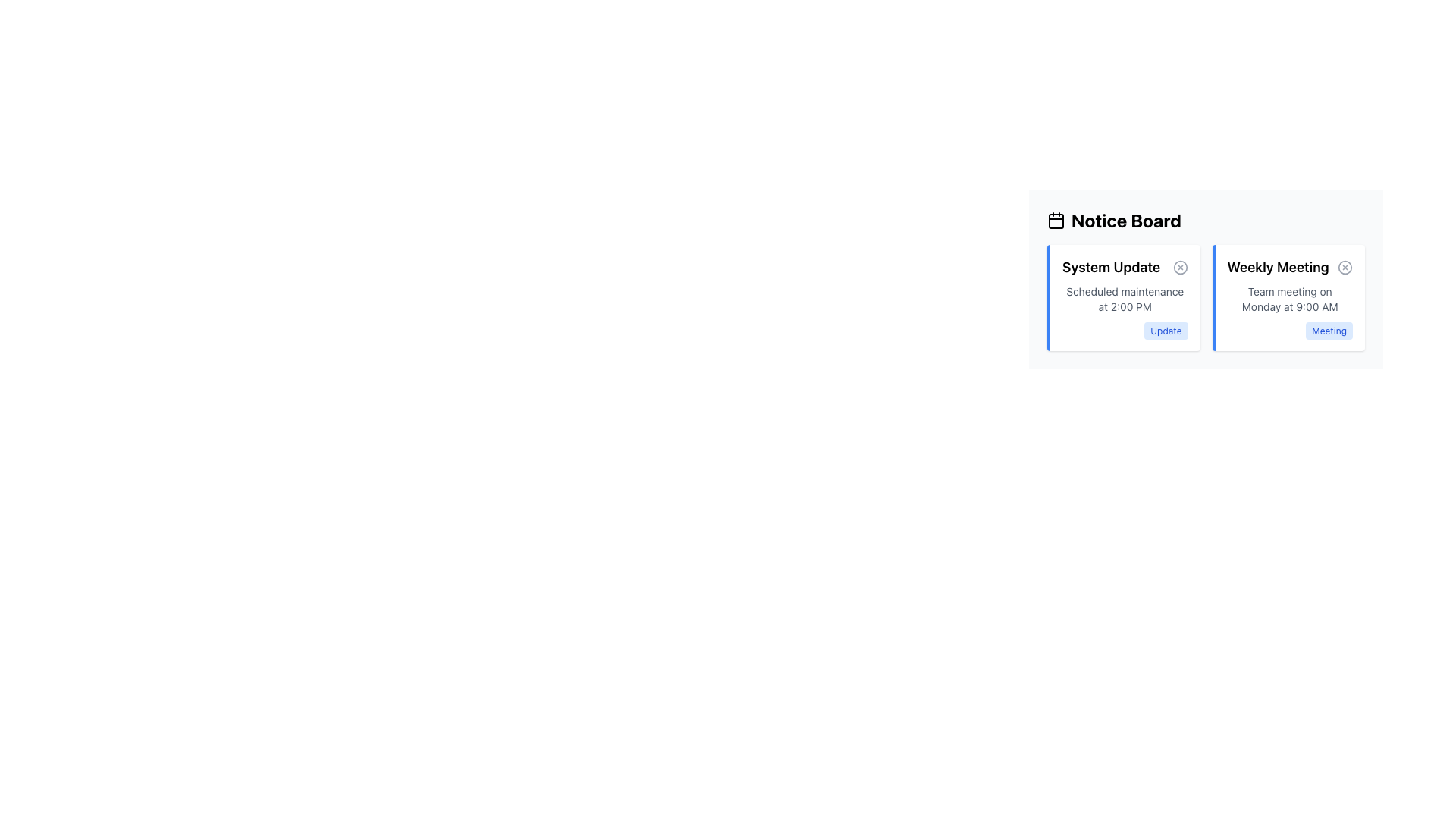 The height and width of the screenshot is (819, 1456). What do you see at coordinates (1179, 267) in the screenshot?
I see `the circular graphic element within the cancel icon structure, located to the right of the 'System Update' text` at bounding box center [1179, 267].